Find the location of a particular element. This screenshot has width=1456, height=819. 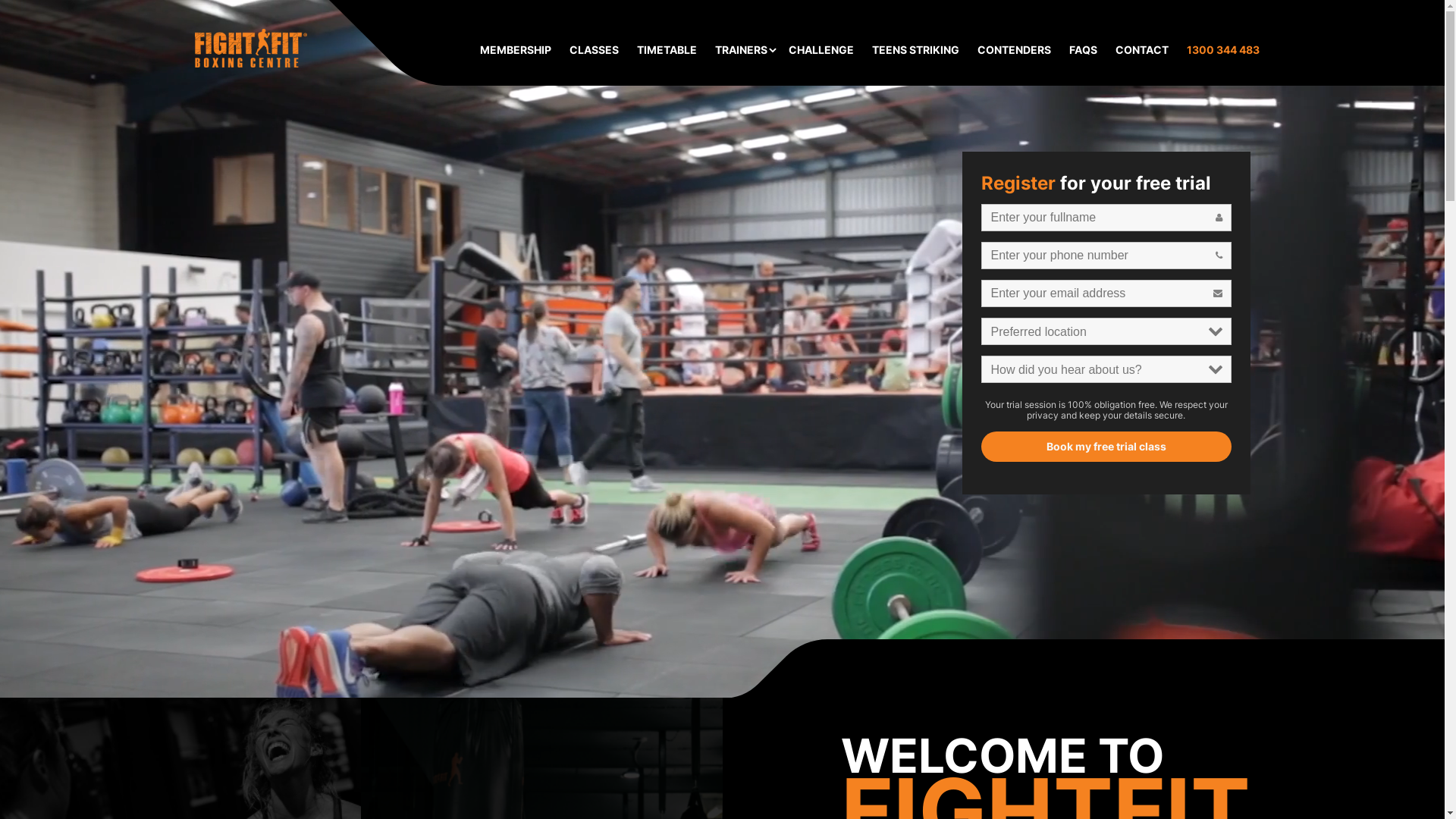

'1300 344 483' is located at coordinates (1222, 49).